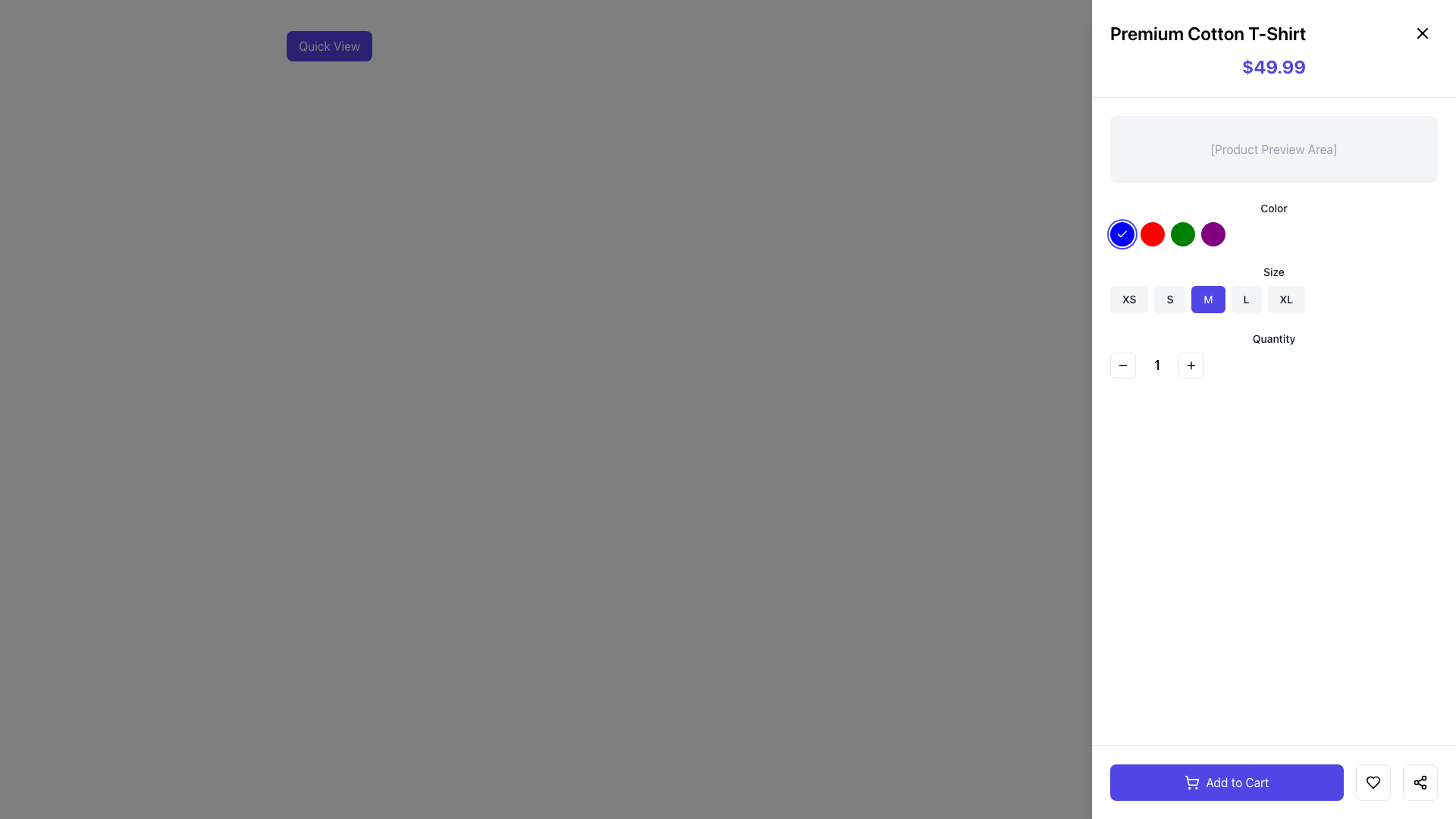 The height and width of the screenshot is (819, 1456). What do you see at coordinates (328, 45) in the screenshot?
I see `the 'Quick View' button, which is a rectangular button with a dark blue background and rounded corners` at bounding box center [328, 45].